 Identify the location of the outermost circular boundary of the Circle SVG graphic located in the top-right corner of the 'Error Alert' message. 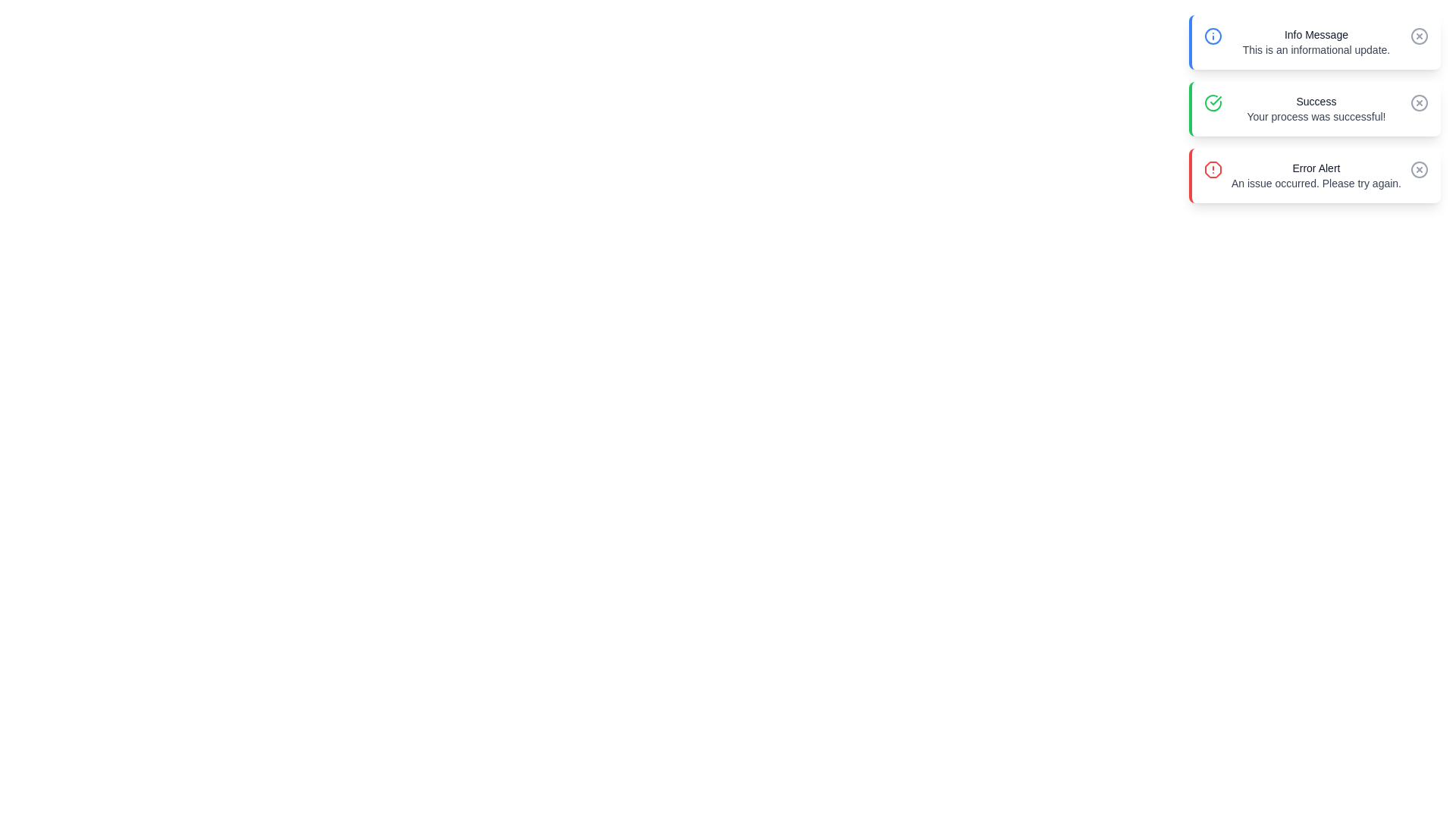
(1419, 102).